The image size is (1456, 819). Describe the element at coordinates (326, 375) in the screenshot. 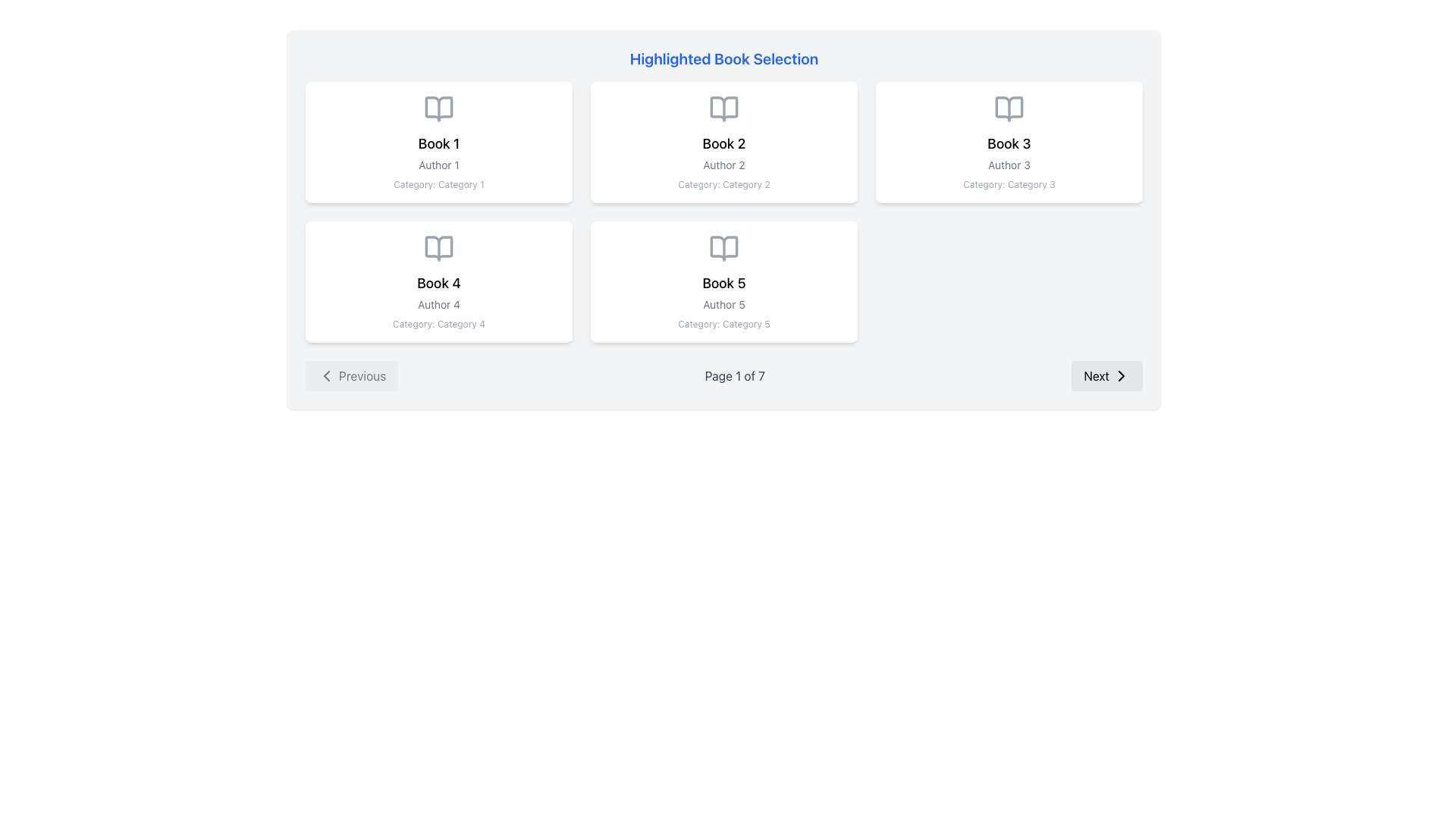

I see `the backward navigation icon located within the 'Previous' button at the bottom left of the interface` at that location.